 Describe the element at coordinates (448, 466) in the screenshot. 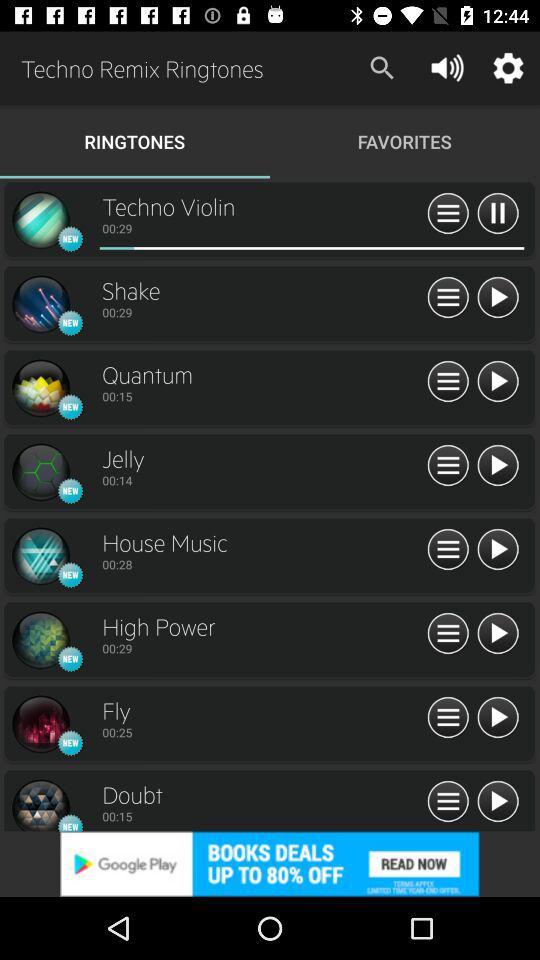

I see `information view option` at that location.